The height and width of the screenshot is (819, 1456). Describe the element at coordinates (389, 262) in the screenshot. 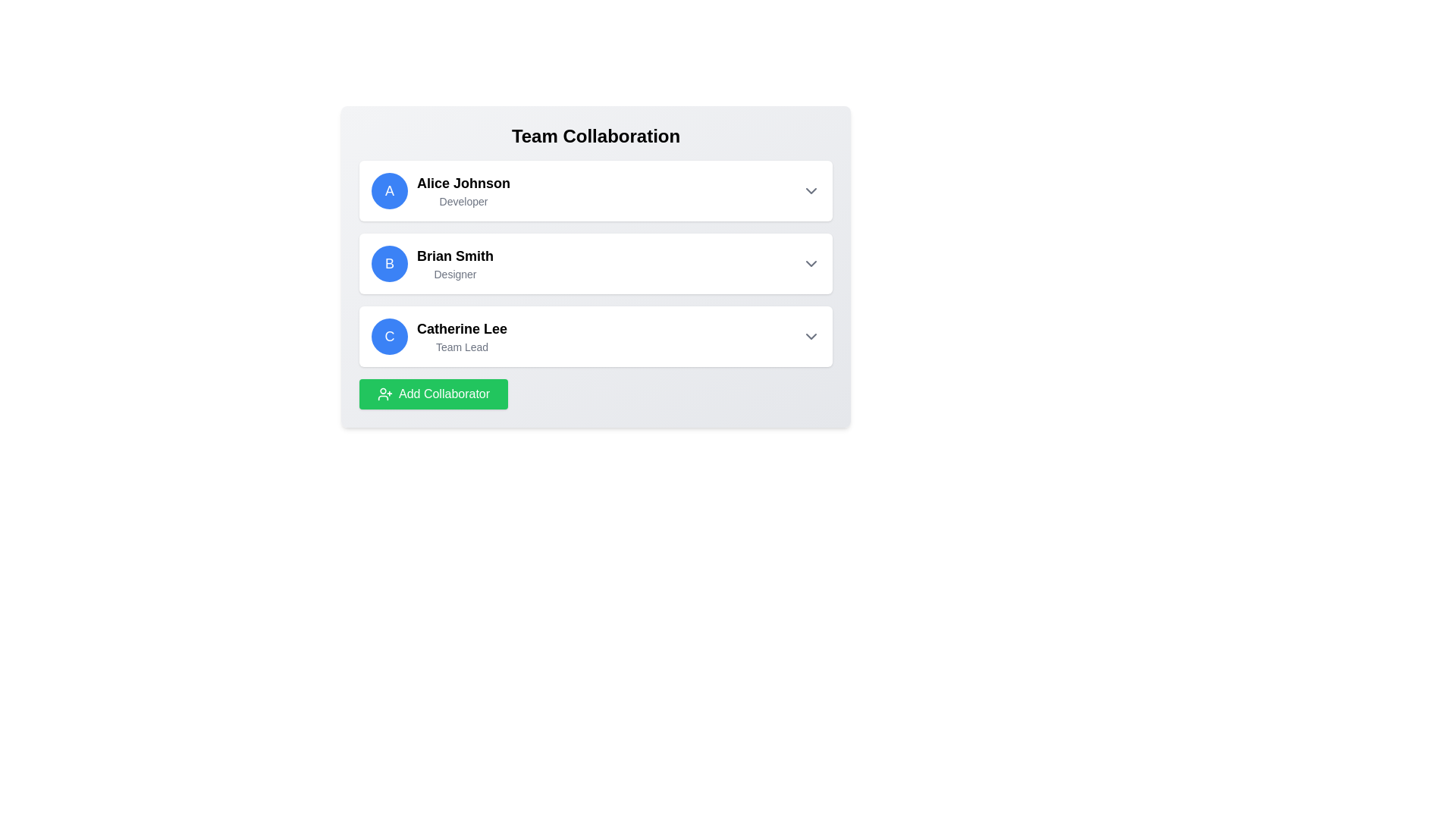

I see `the circular avatar with a blue background and a white letter 'B'` at that location.